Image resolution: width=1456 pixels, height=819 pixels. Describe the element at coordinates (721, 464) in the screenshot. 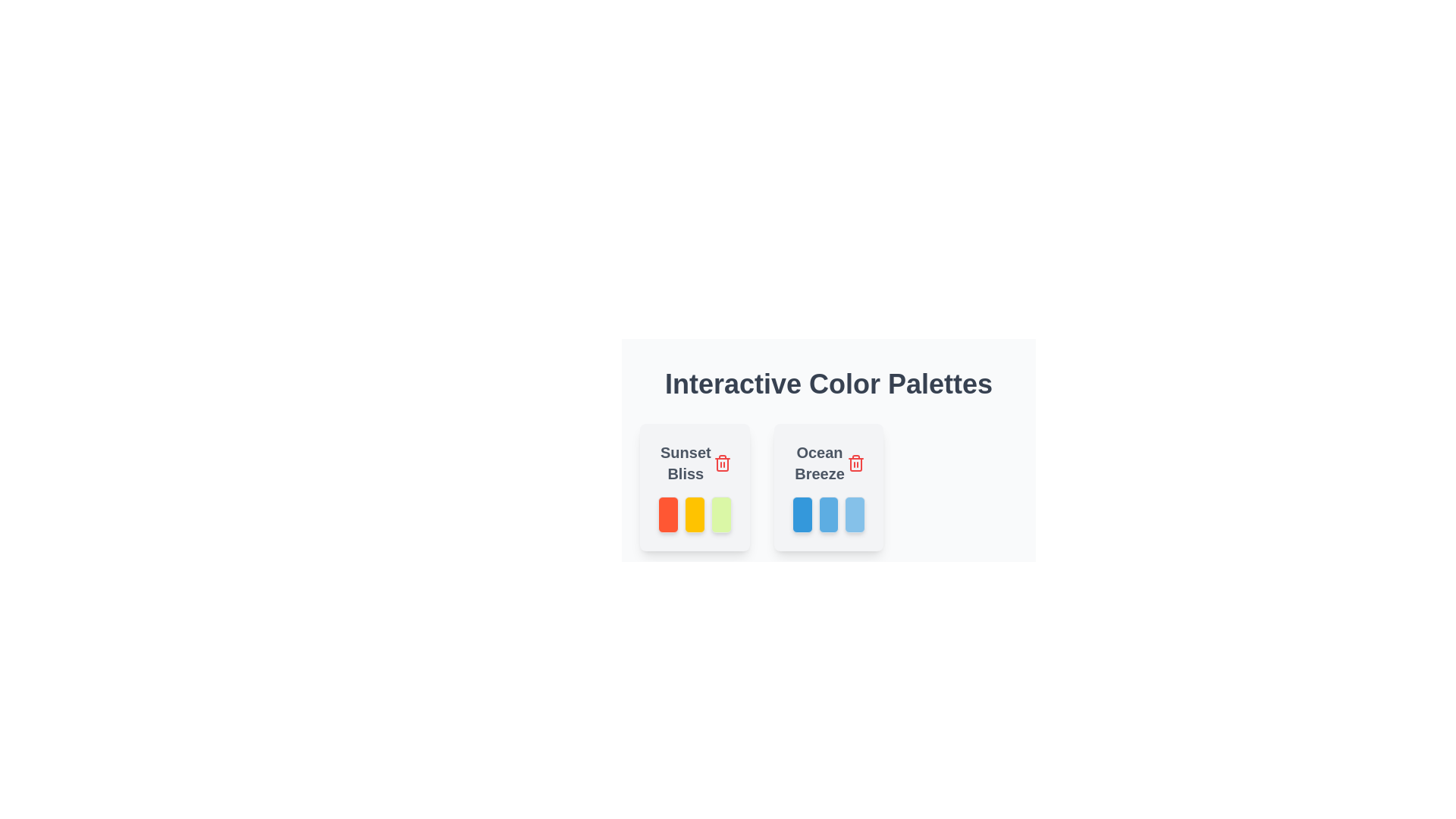

I see `the body of the trash bin icon in the 'Ocean Breeze' section, which is represented as part of an SVG icon located near the upper-right corner` at that location.